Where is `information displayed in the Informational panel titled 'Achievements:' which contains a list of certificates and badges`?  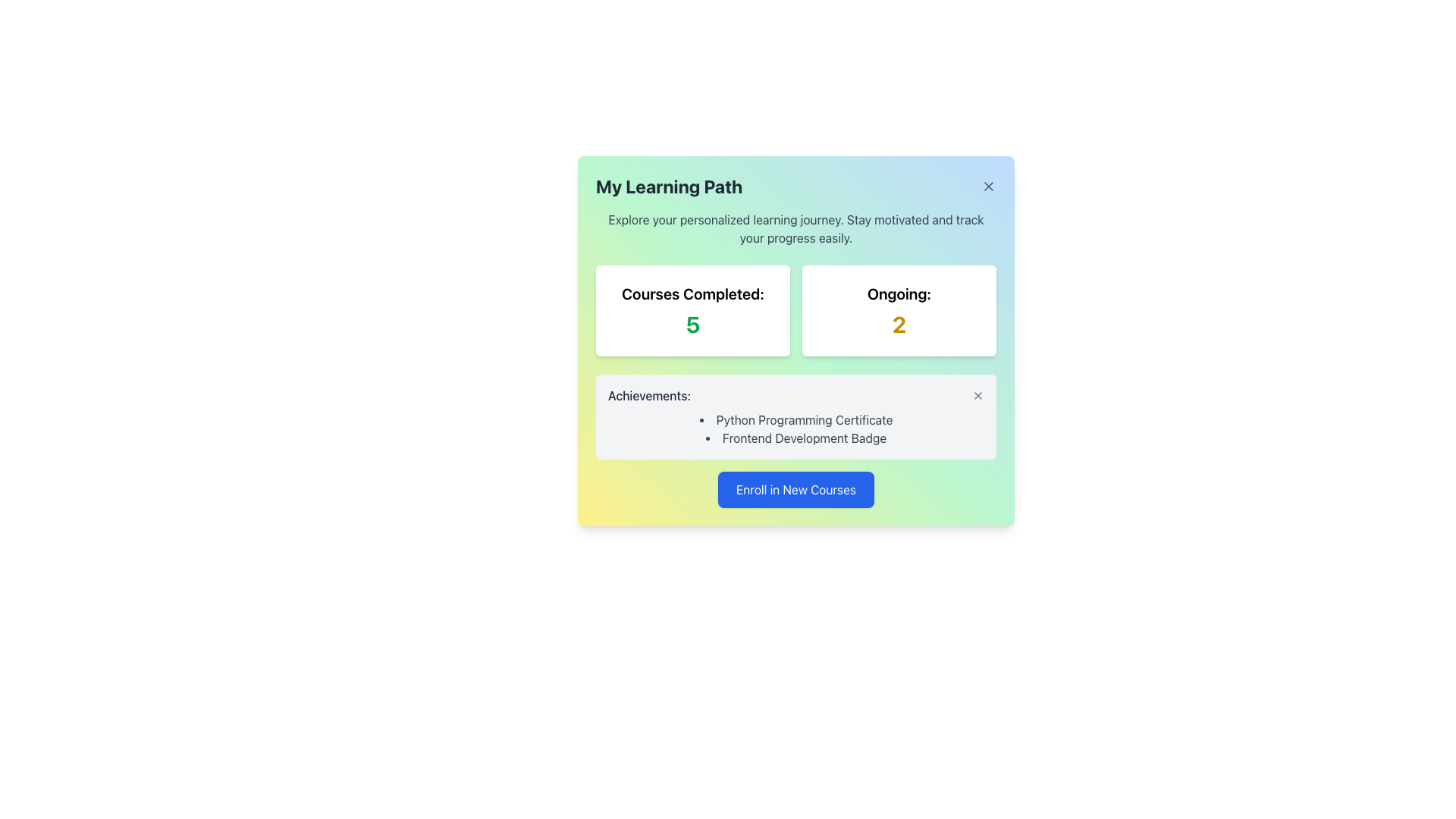 information displayed in the Informational panel titled 'Achievements:' which contains a list of certificates and badges is located at coordinates (795, 417).